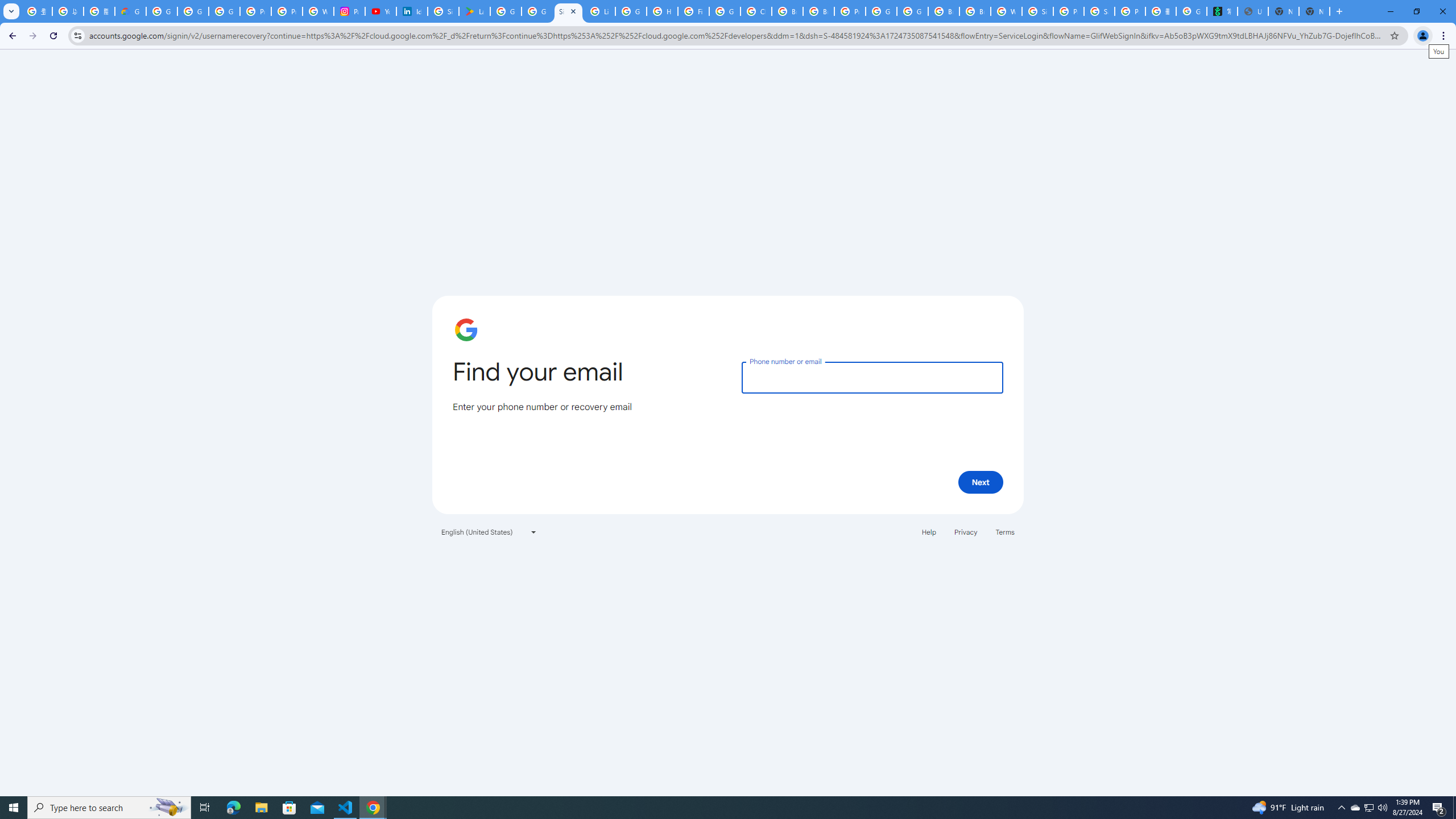 Image resolution: width=1456 pixels, height=819 pixels. I want to click on 'Restore', so click(1416, 11).